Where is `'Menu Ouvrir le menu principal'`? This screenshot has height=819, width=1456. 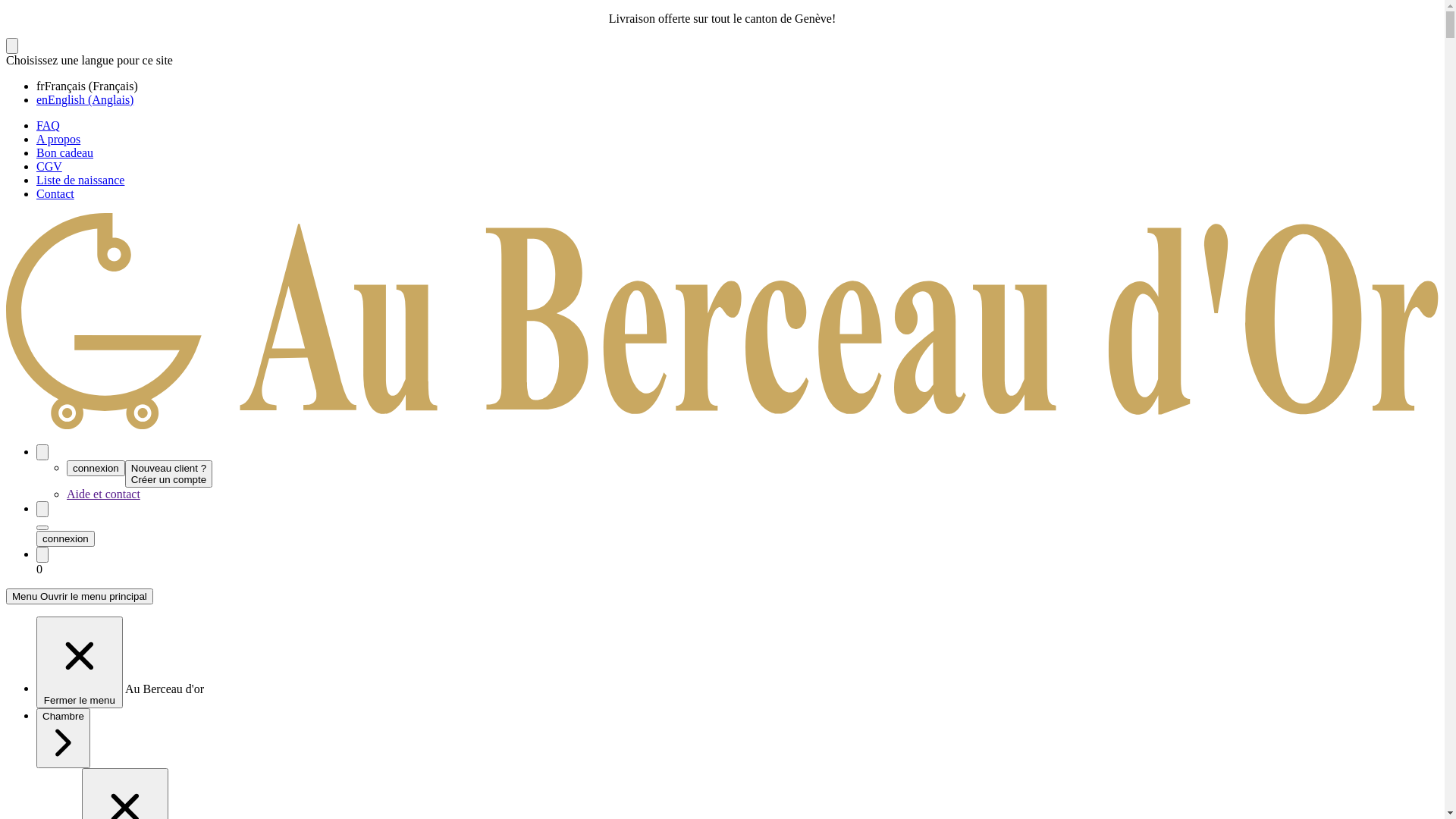 'Menu Ouvrir le menu principal' is located at coordinates (79, 595).